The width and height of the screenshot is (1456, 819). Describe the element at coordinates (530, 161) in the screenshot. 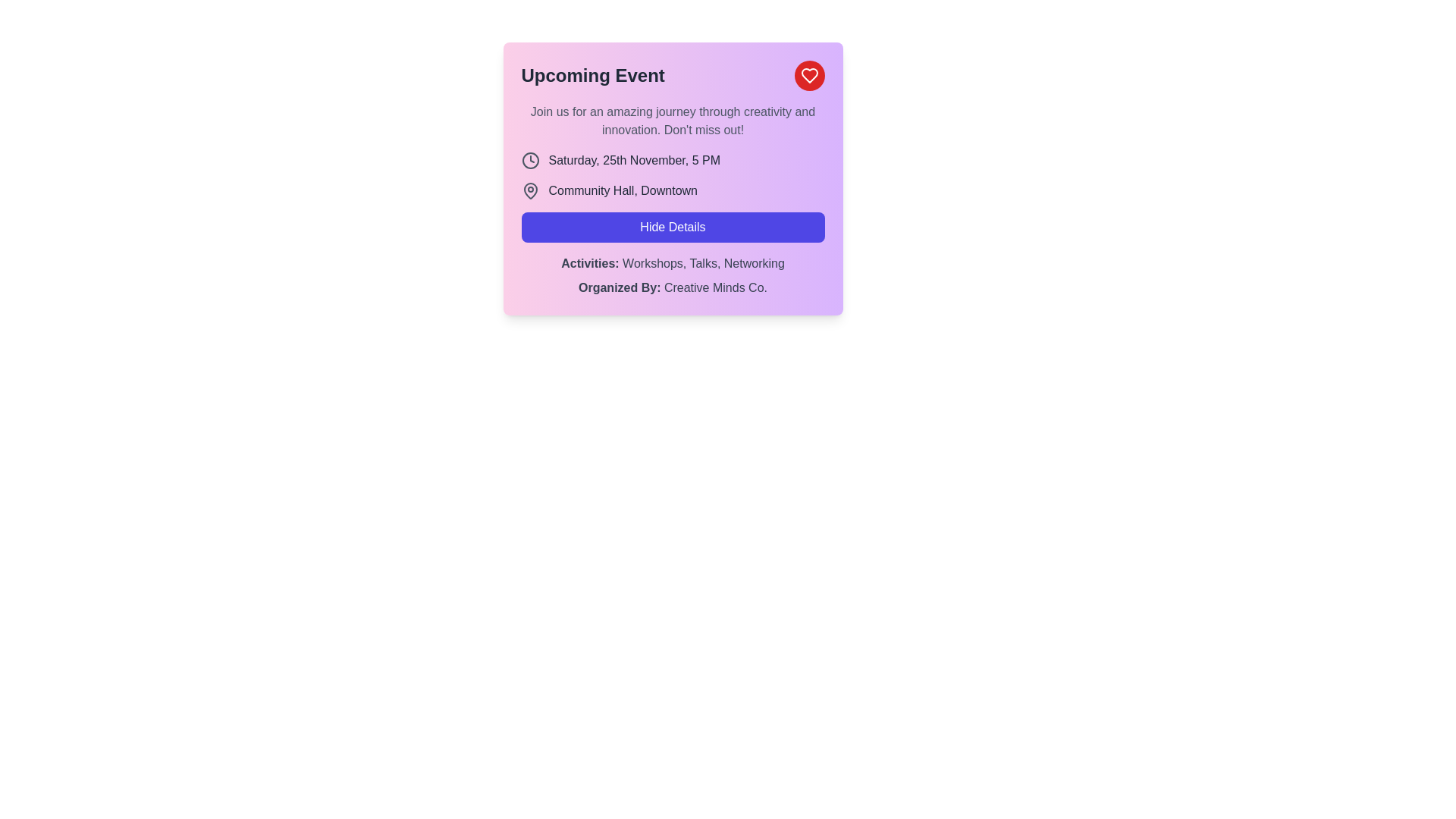

I see `the SVG circle graphic element that is part of the clock icon, located near the center of the clock and to the left of the text 'Saturday, 25th November, 5 PM'` at that location.